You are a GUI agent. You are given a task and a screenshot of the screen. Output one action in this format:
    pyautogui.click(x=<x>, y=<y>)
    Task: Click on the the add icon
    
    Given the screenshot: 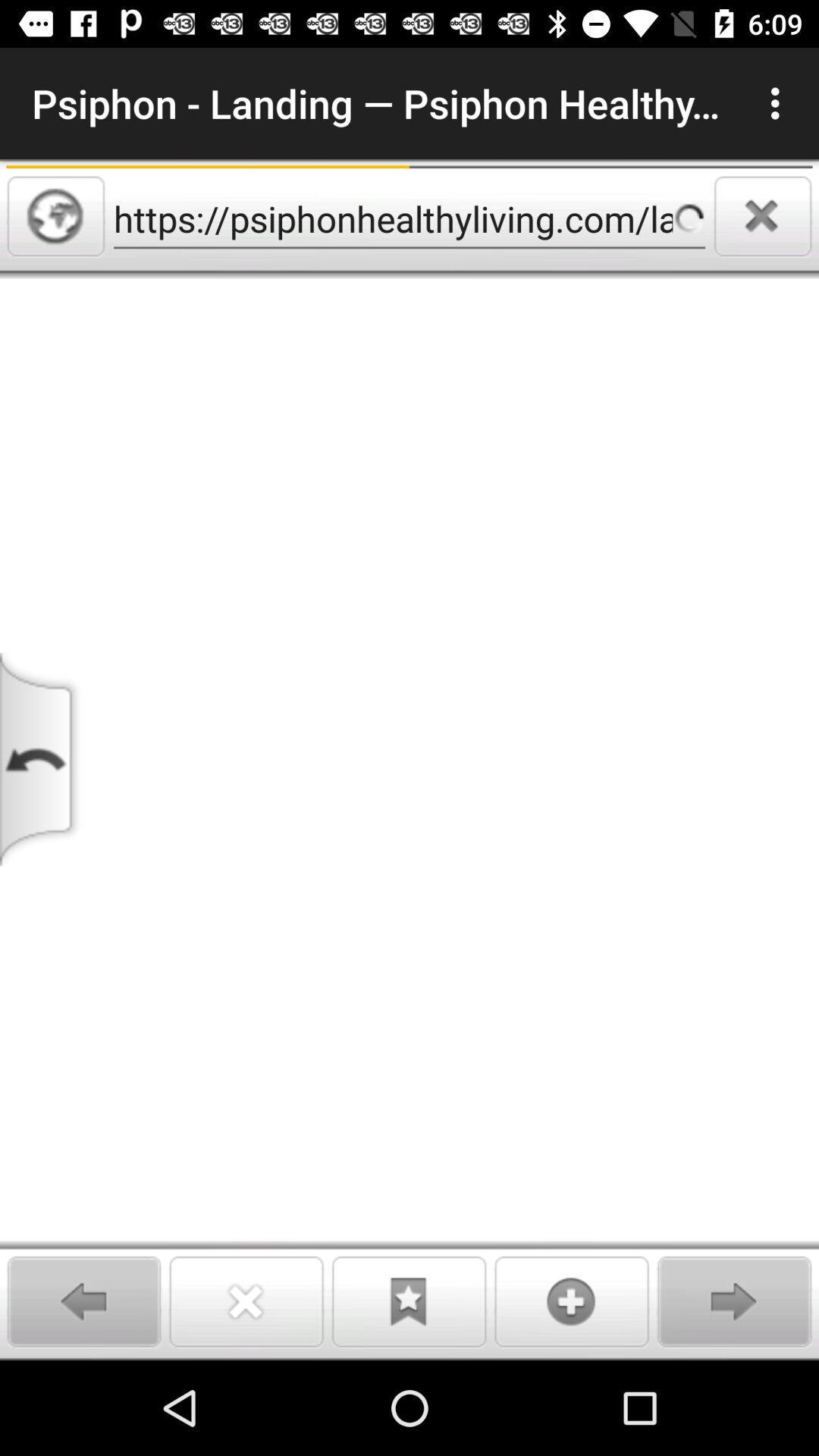 What is the action you would take?
    pyautogui.click(x=572, y=1301)
    